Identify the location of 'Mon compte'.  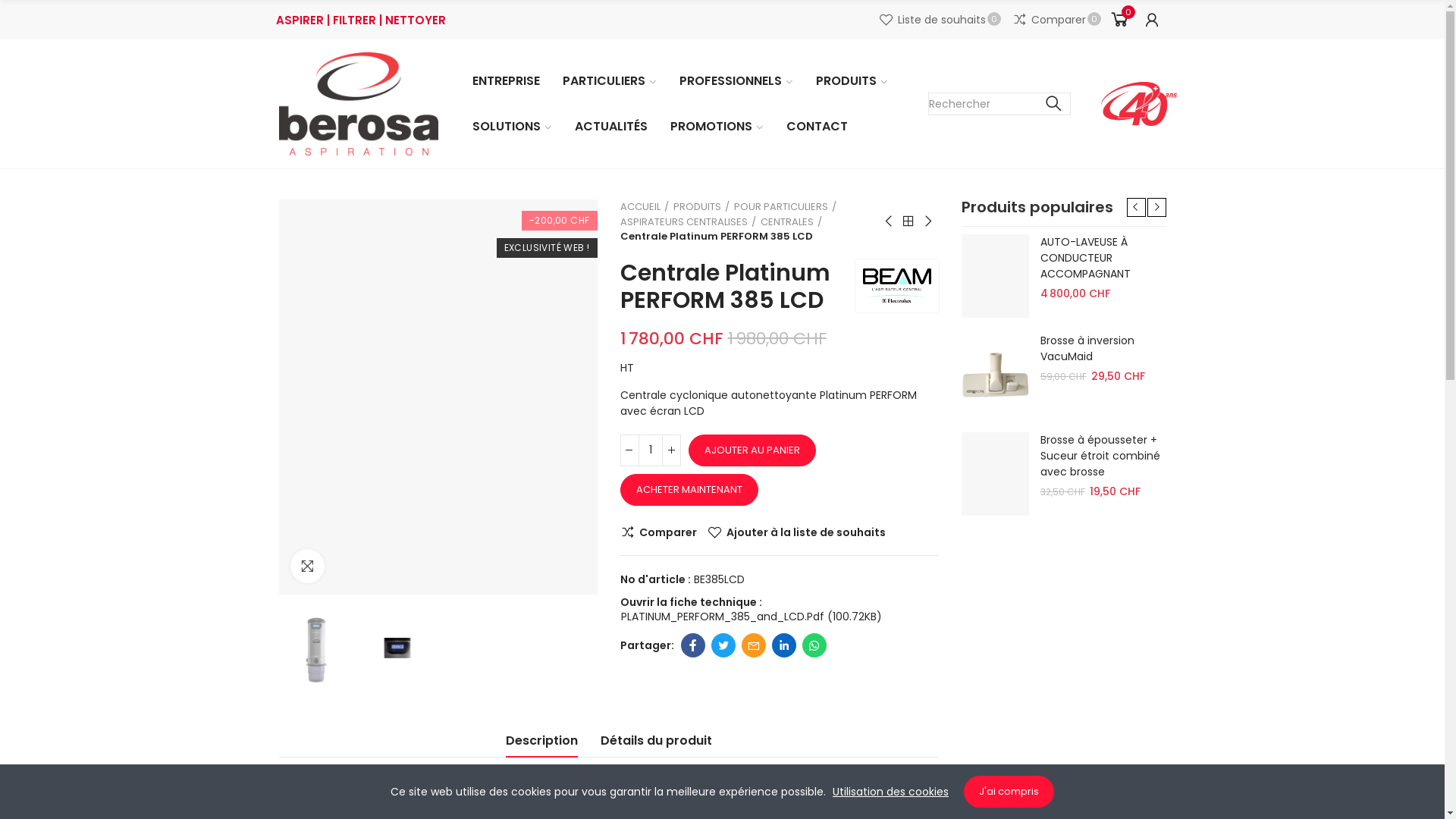
(1151, 20).